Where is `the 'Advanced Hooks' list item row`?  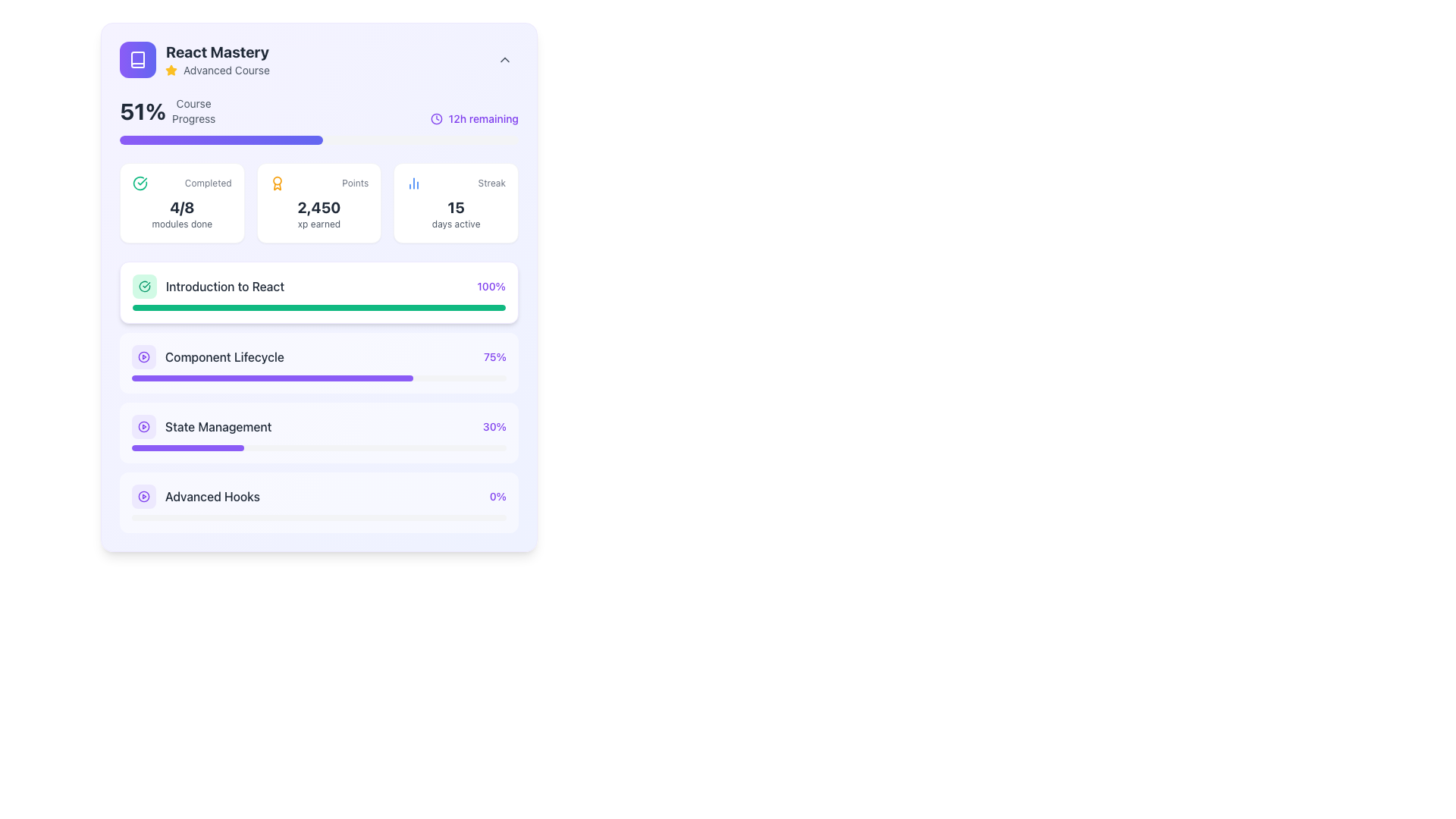
the 'Advanced Hooks' list item row is located at coordinates (195, 497).